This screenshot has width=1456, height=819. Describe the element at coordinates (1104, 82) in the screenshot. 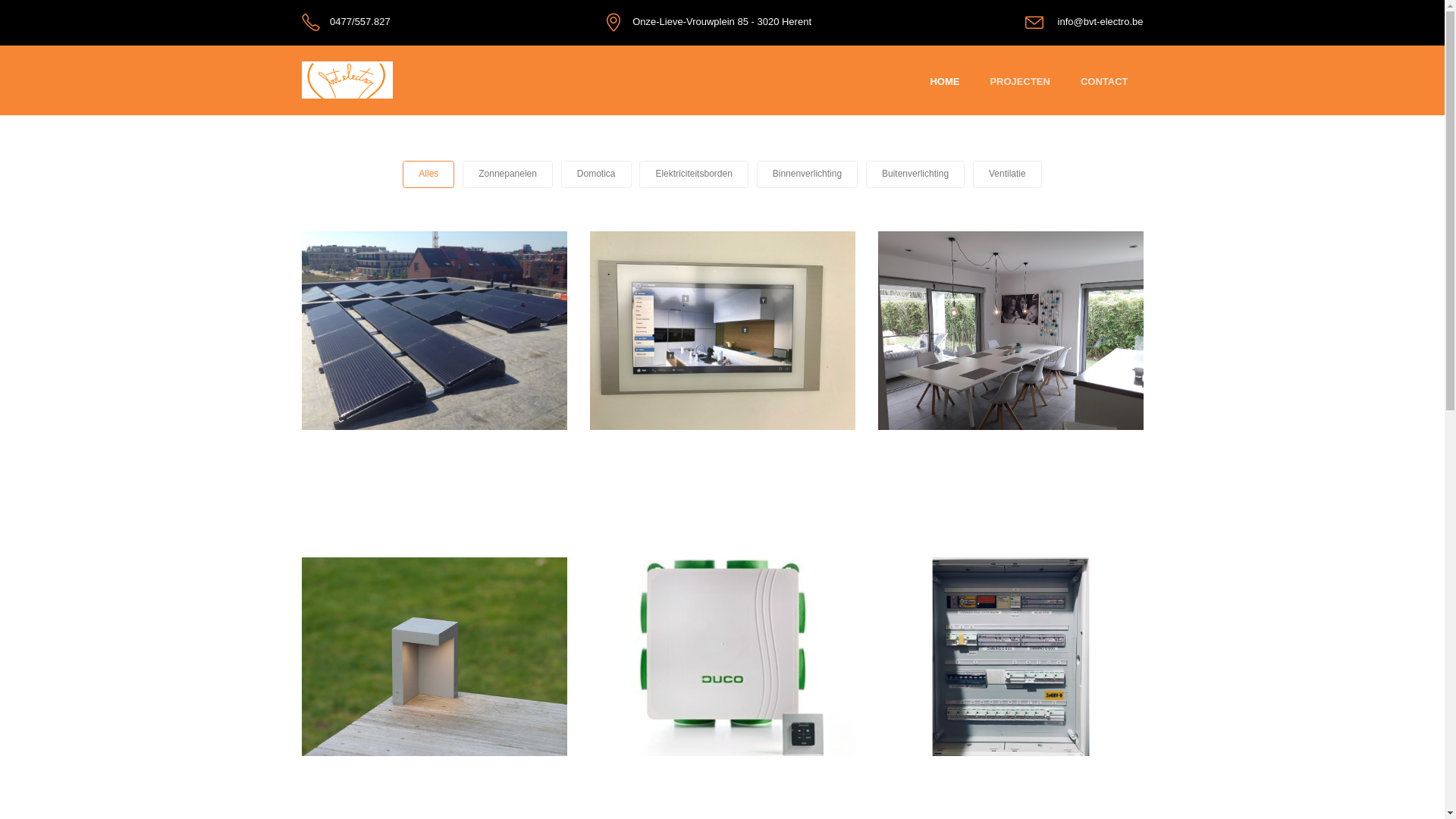

I see `'CONTACT'` at that location.